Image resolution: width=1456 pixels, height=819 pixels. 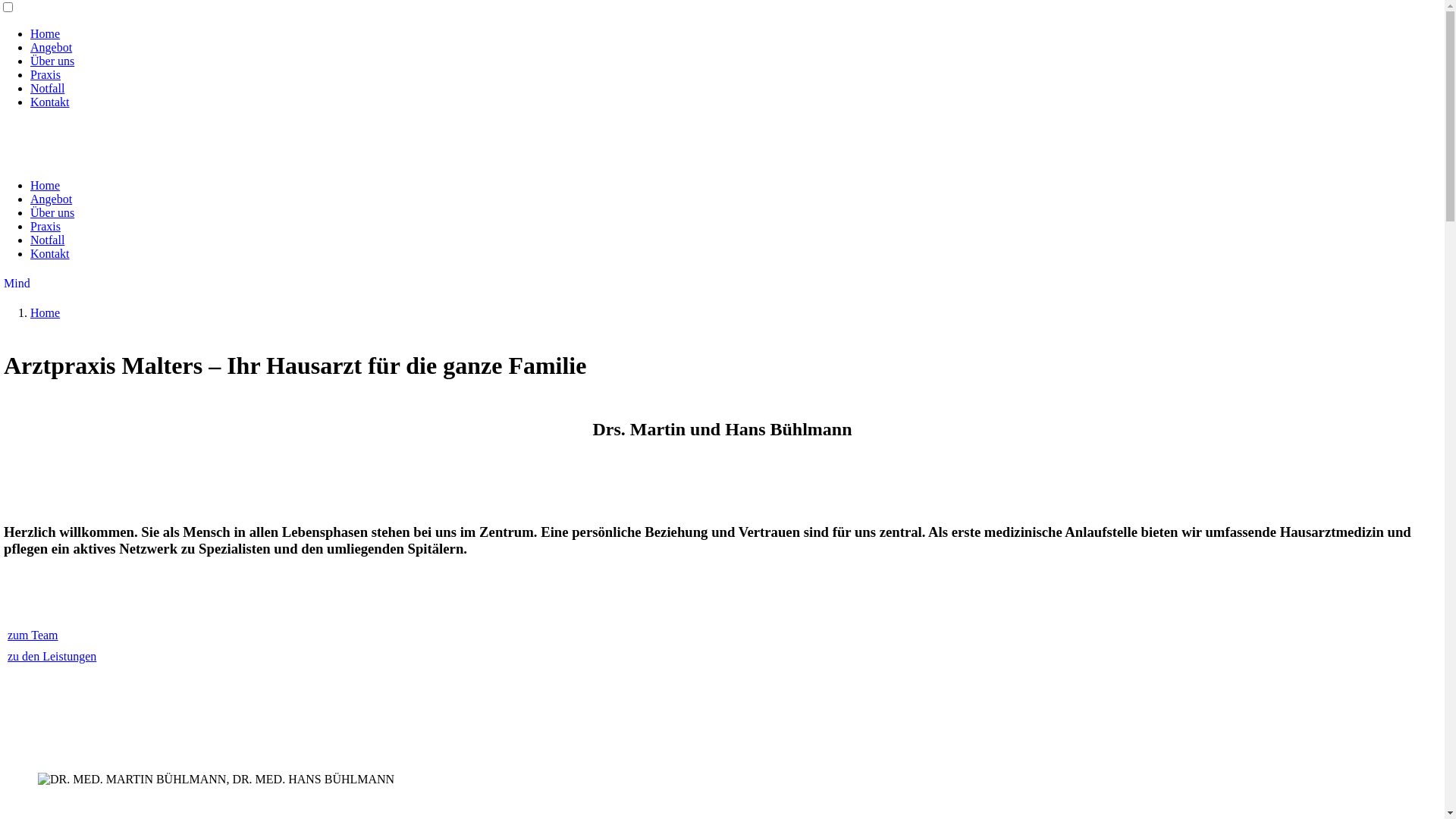 I want to click on 'Angebot', so click(x=51, y=46).